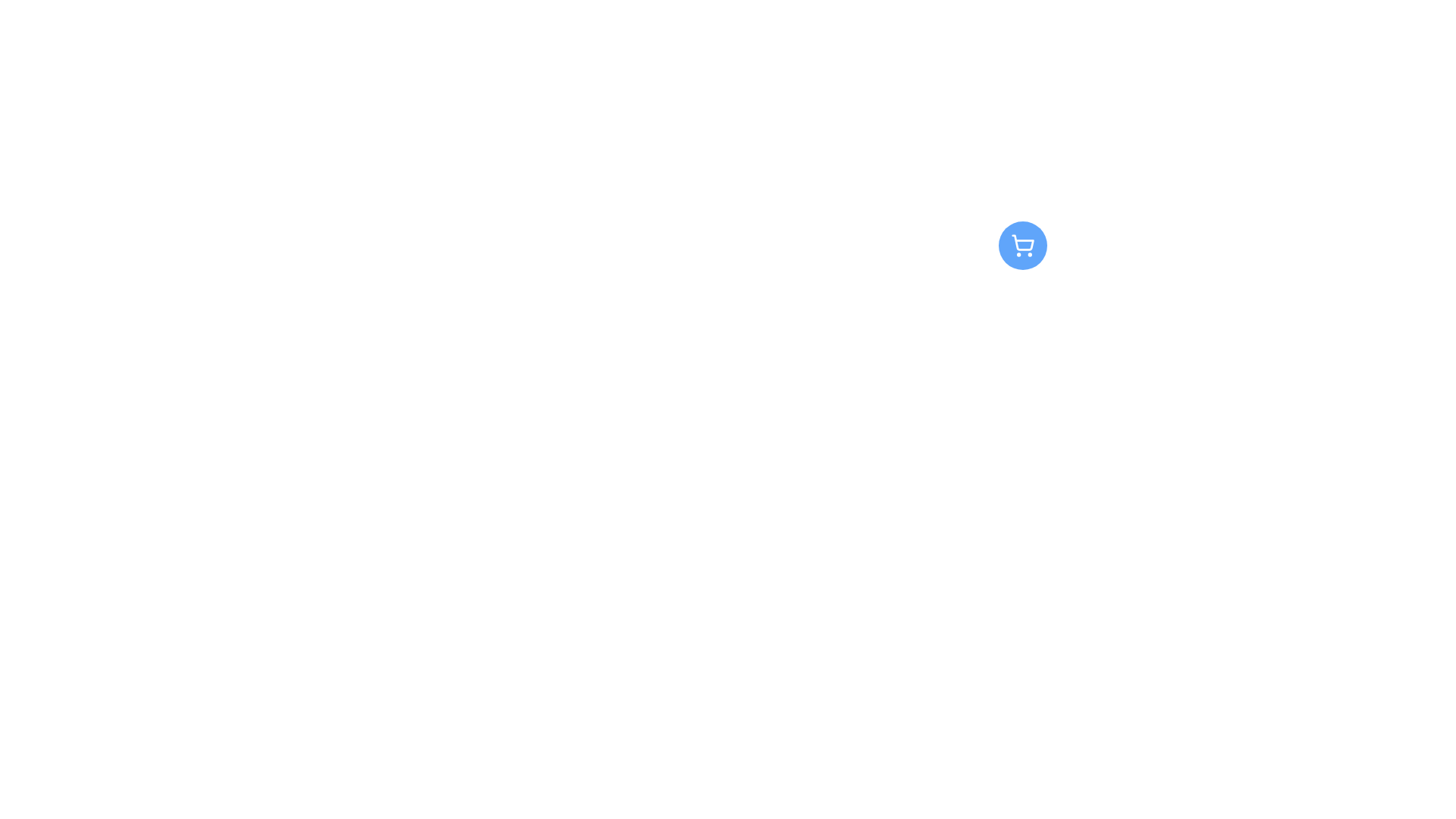 The image size is (1456, 819). What do you see at coordinates (1022, 245) in the screenshot?
I see `the blue circular button with a white shopping cart icon at its center` at bounding box center [1022, 245].